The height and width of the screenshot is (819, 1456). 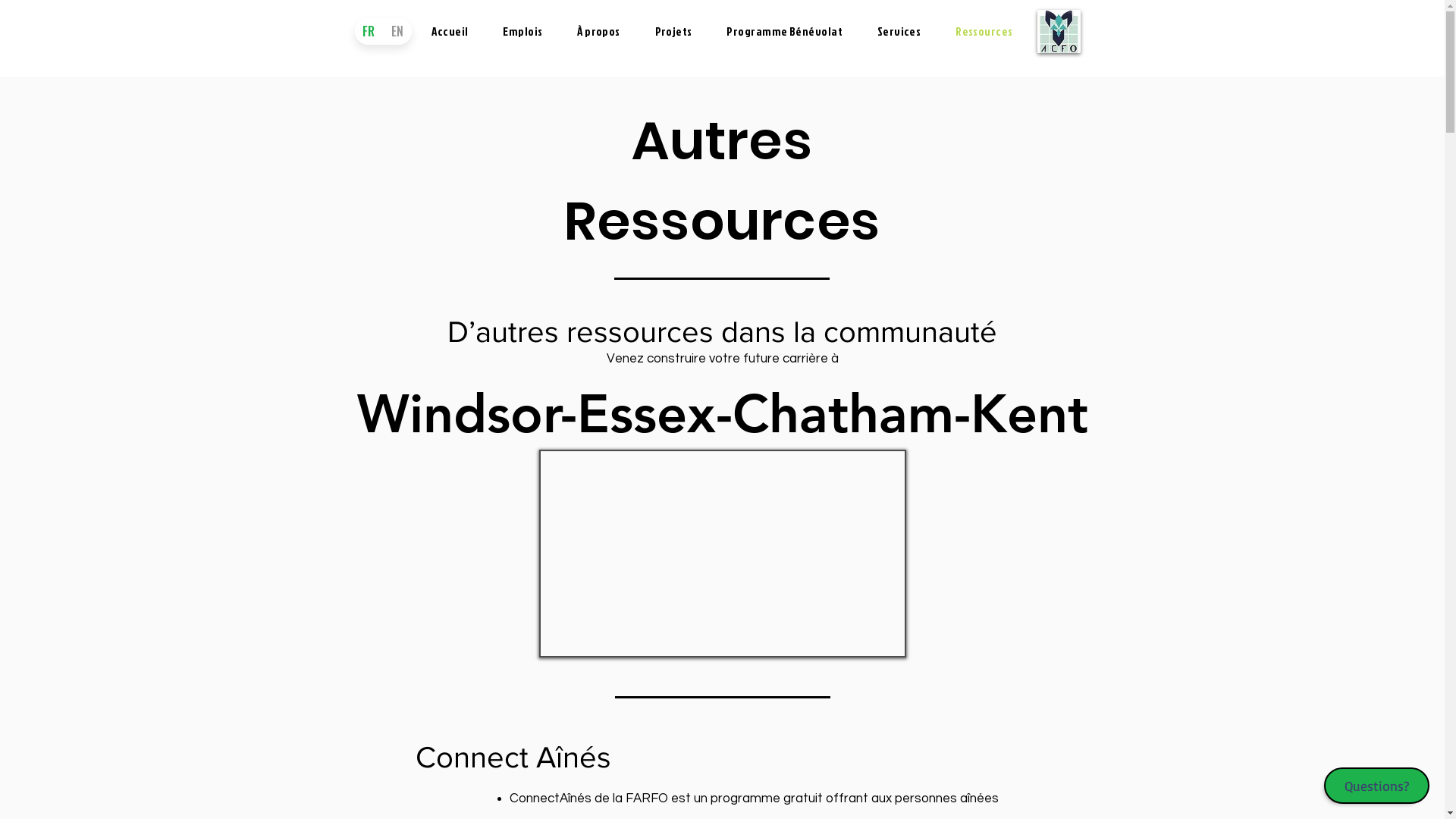 What do you see at coordinates (899, 31) in the screenshot?
I see `'Services'` at bounding box center [899, 31].